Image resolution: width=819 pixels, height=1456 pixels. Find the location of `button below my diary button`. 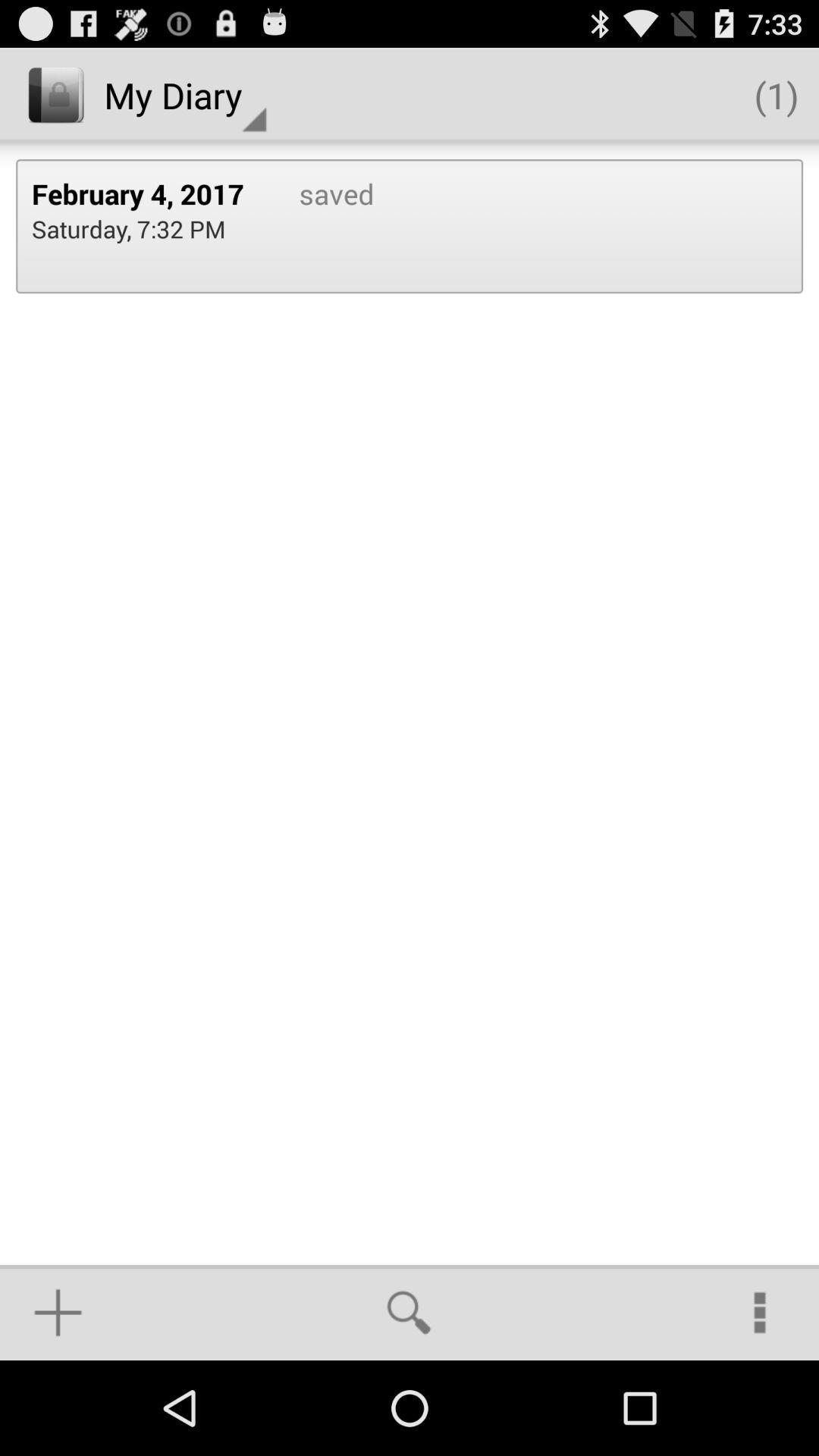

button below my diary button is located at coordinates (149, 193).